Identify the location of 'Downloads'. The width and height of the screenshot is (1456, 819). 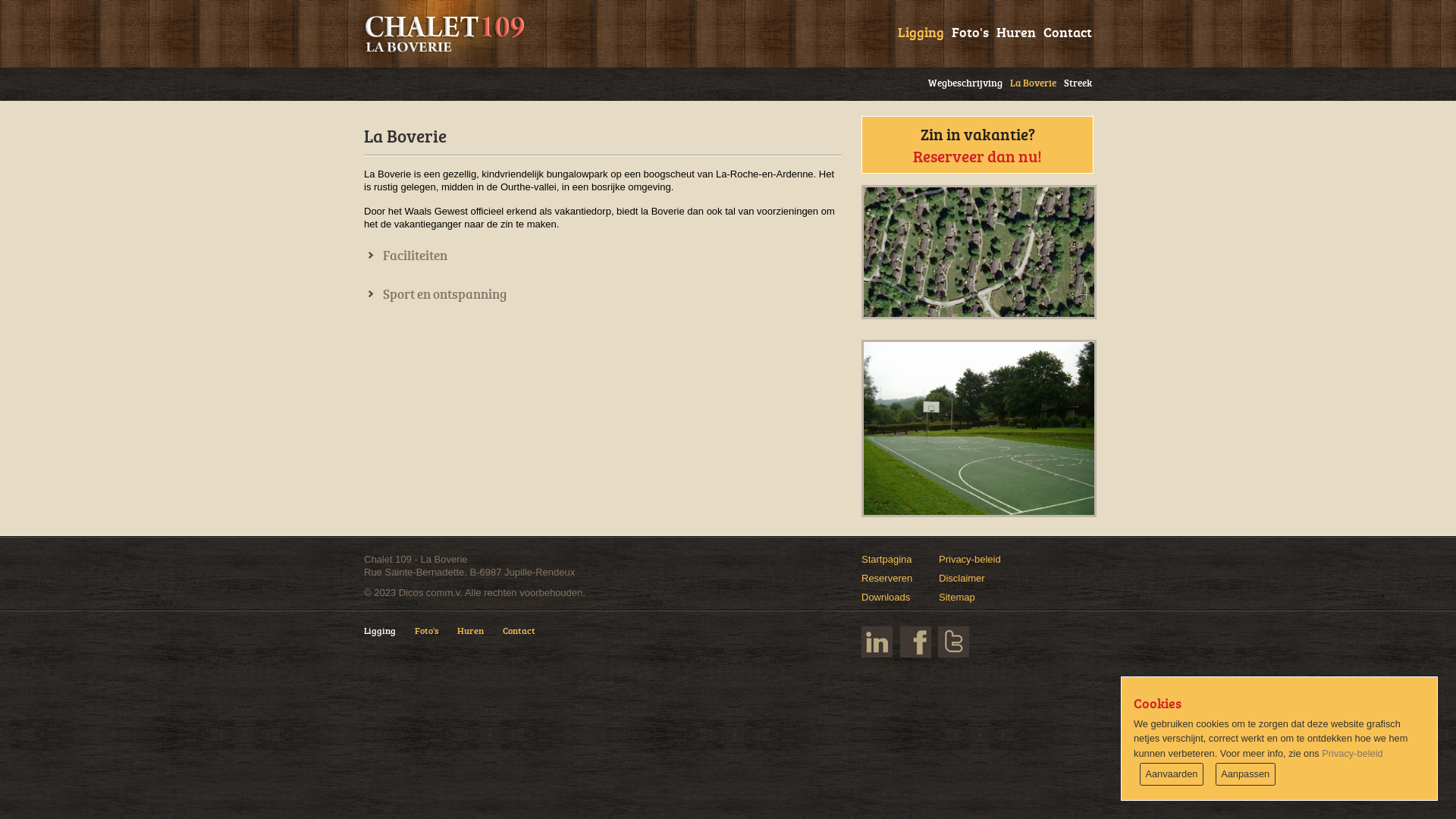
(885, 596).